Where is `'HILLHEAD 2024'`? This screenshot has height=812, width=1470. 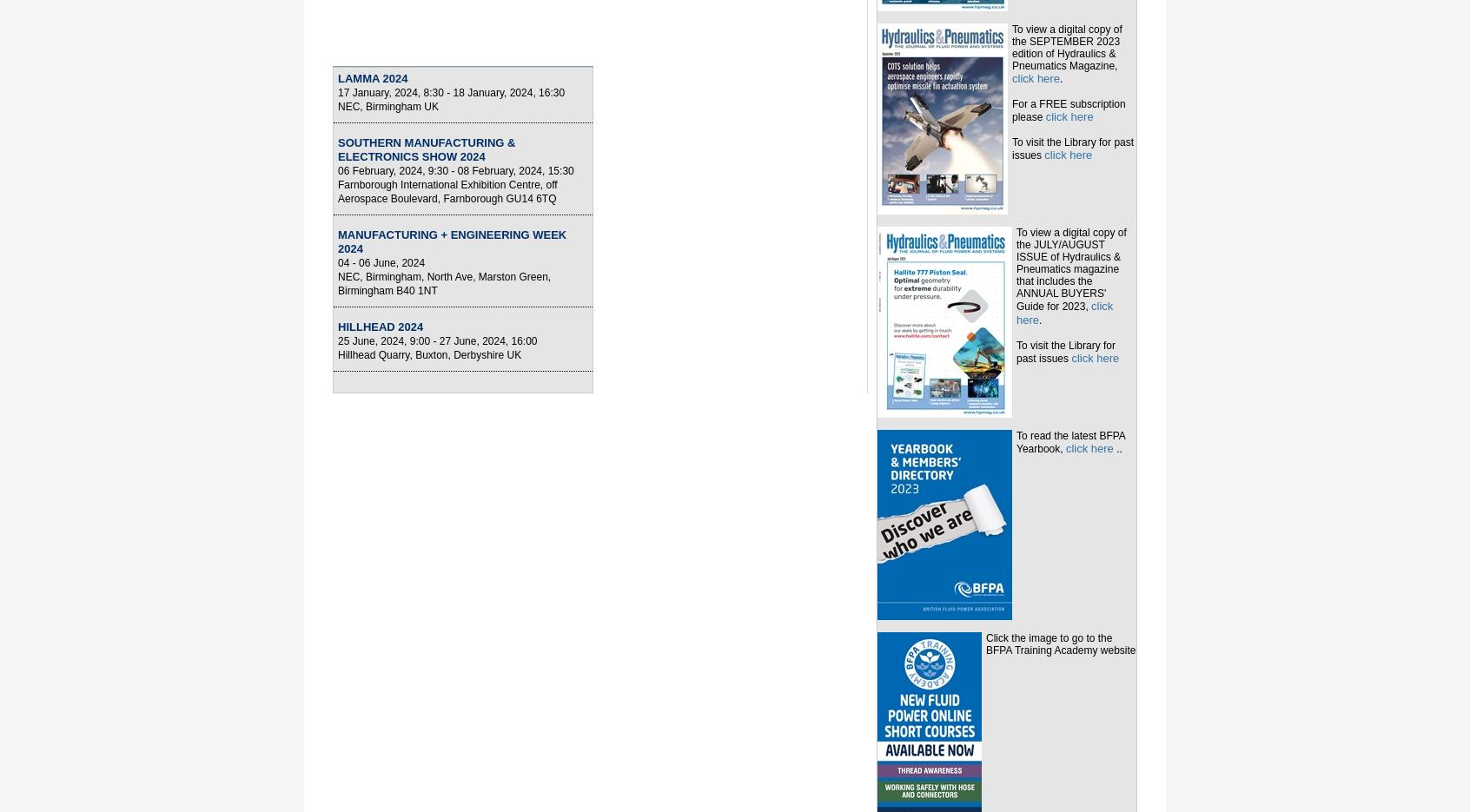 'HILLHEAD 2024' is located at coordinates (380, 326).